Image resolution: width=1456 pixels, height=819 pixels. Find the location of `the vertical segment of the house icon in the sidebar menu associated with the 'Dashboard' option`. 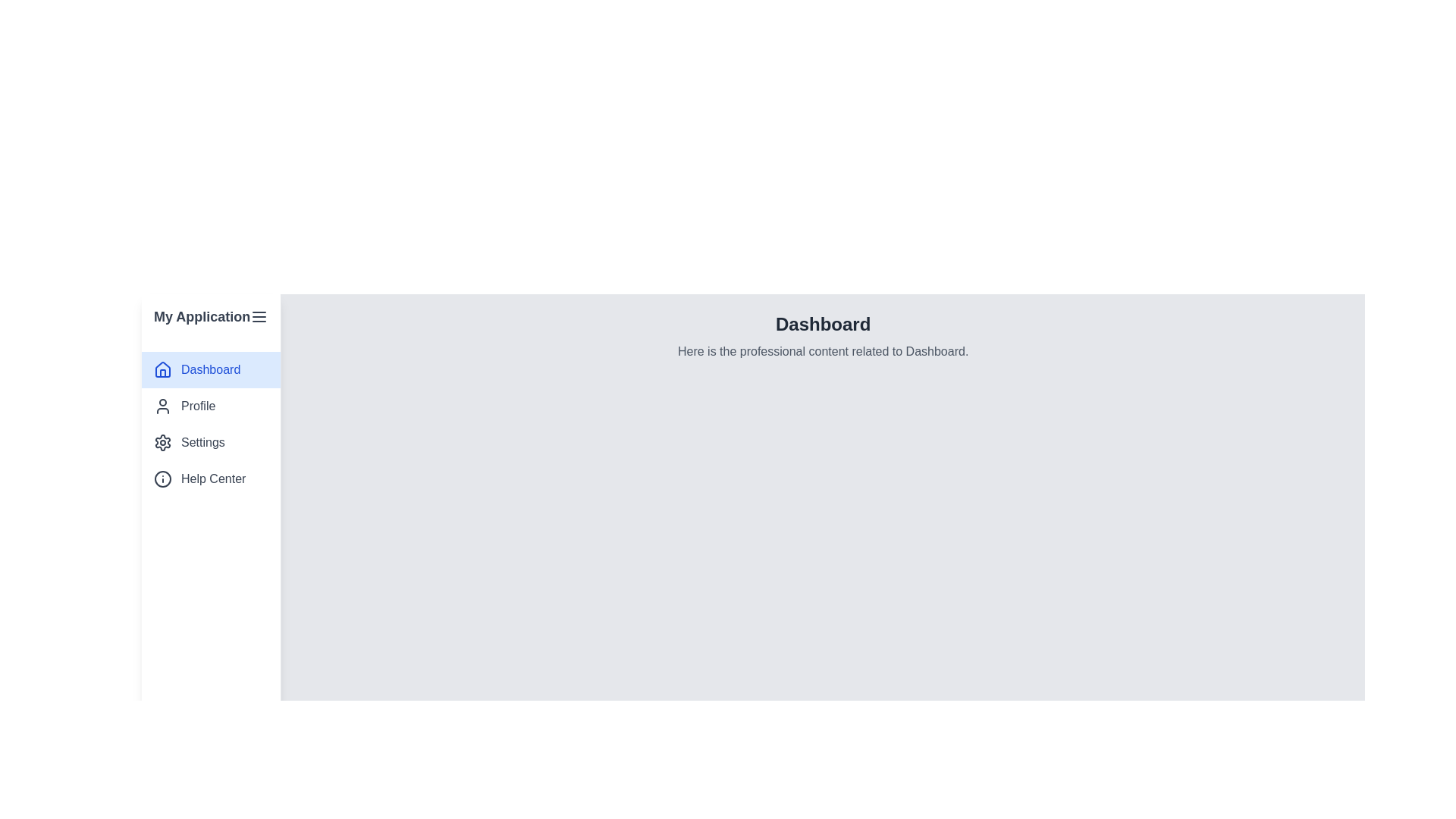

the vertical segment of the house icon in the sidebar menu associated with the 'Dashboard' option is located at coordinates (163, 373).